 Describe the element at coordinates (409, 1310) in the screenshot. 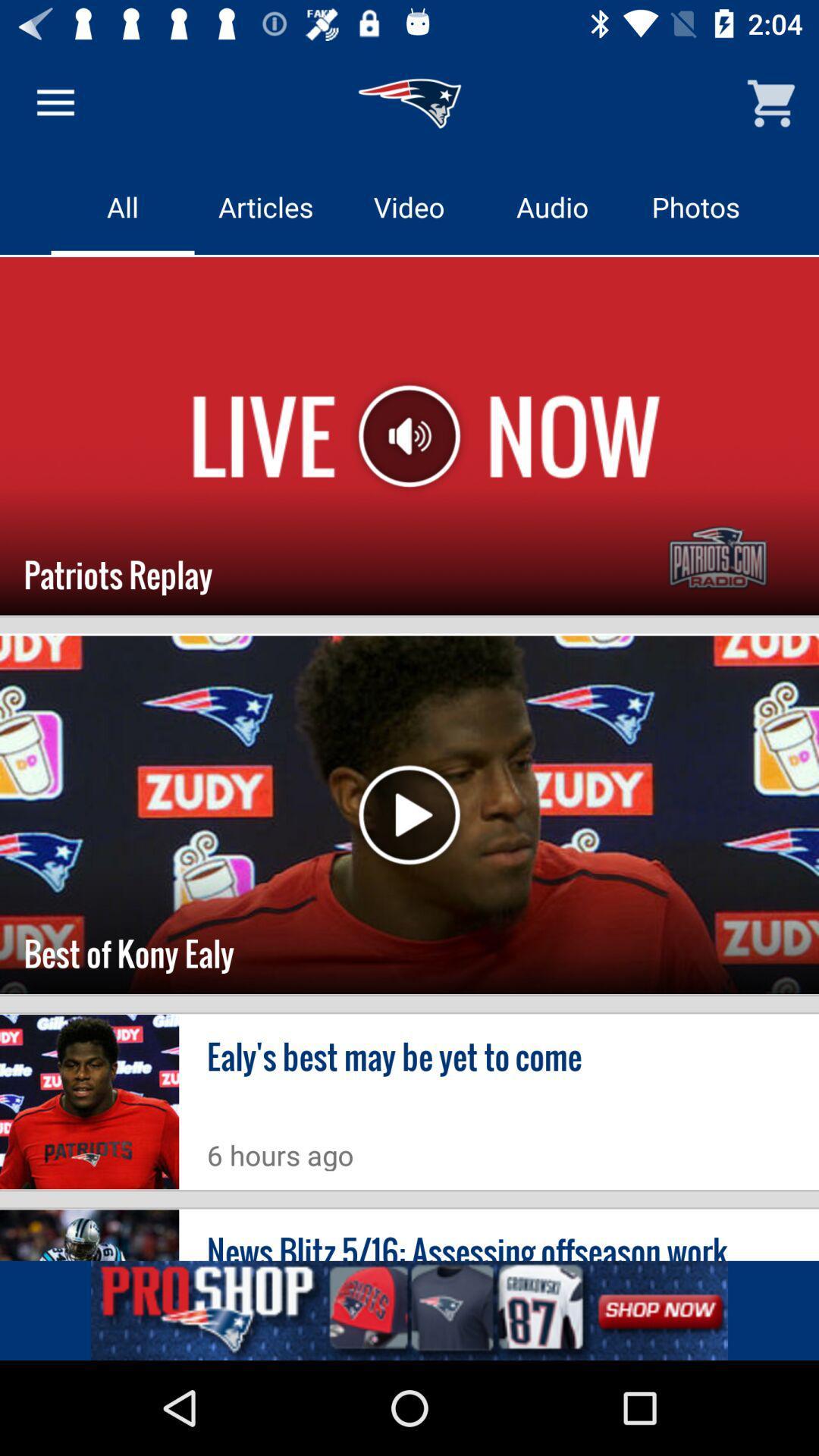

I see `clik the add` at that location.